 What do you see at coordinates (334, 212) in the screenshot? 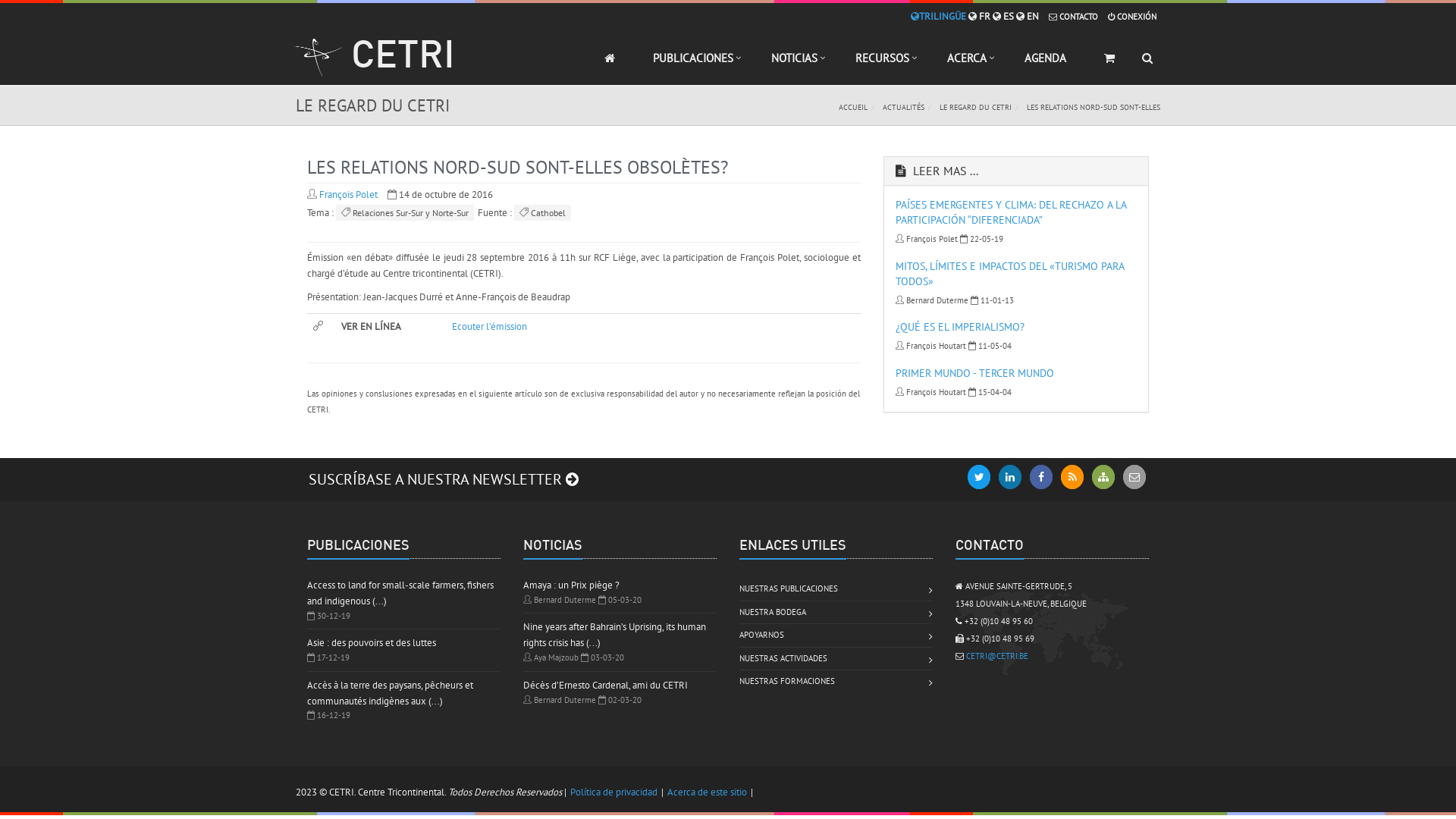
I see `'Relaciones Sur-Sur y Norte-Sur'` at bounding box center [334, 212].